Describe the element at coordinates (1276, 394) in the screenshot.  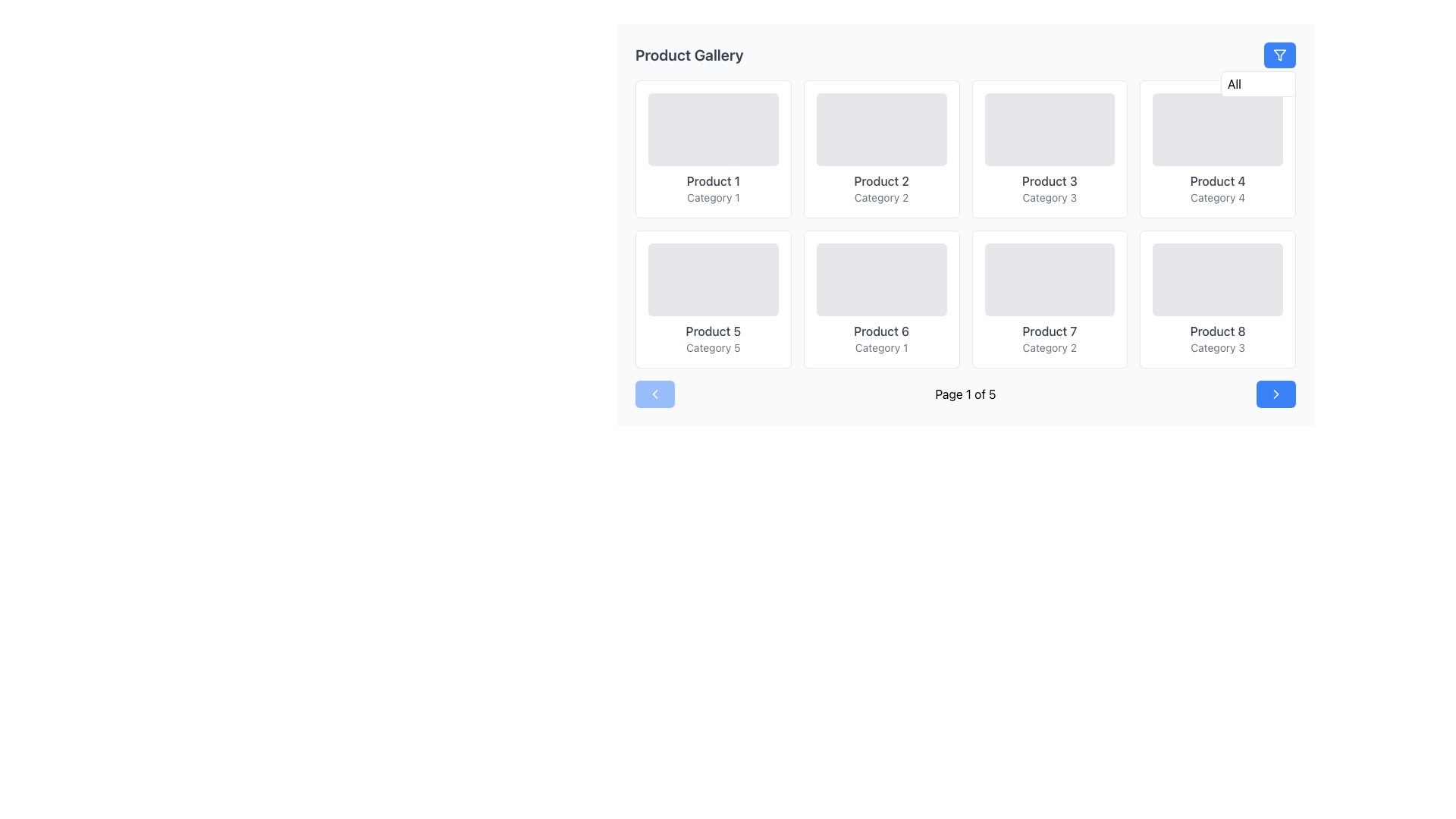
I see `the chevron icon located inside the blue rounded rectangular button` at that location.